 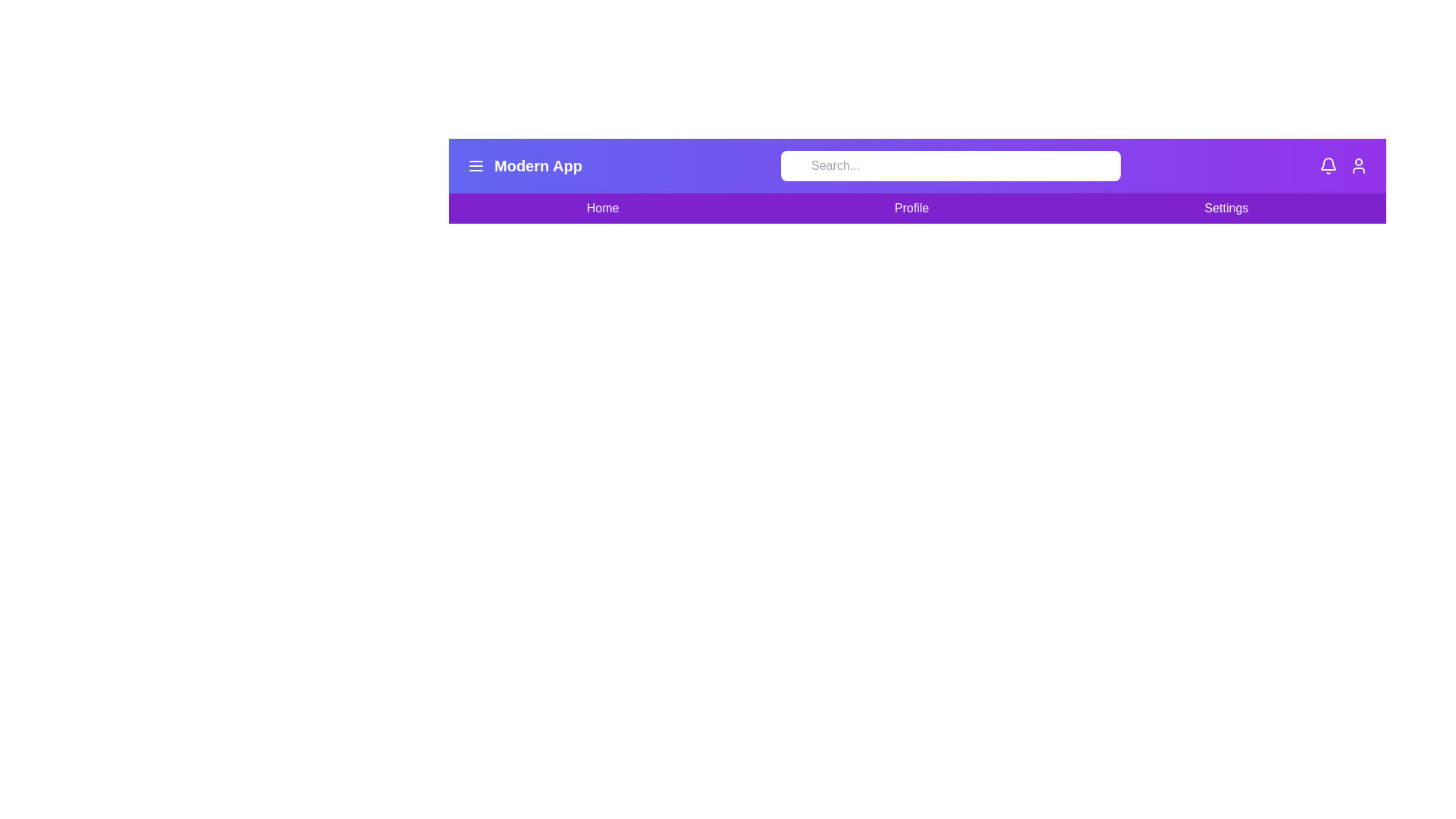 I want to click on the search bar and type the text 'example', so click(x=949, y=166).